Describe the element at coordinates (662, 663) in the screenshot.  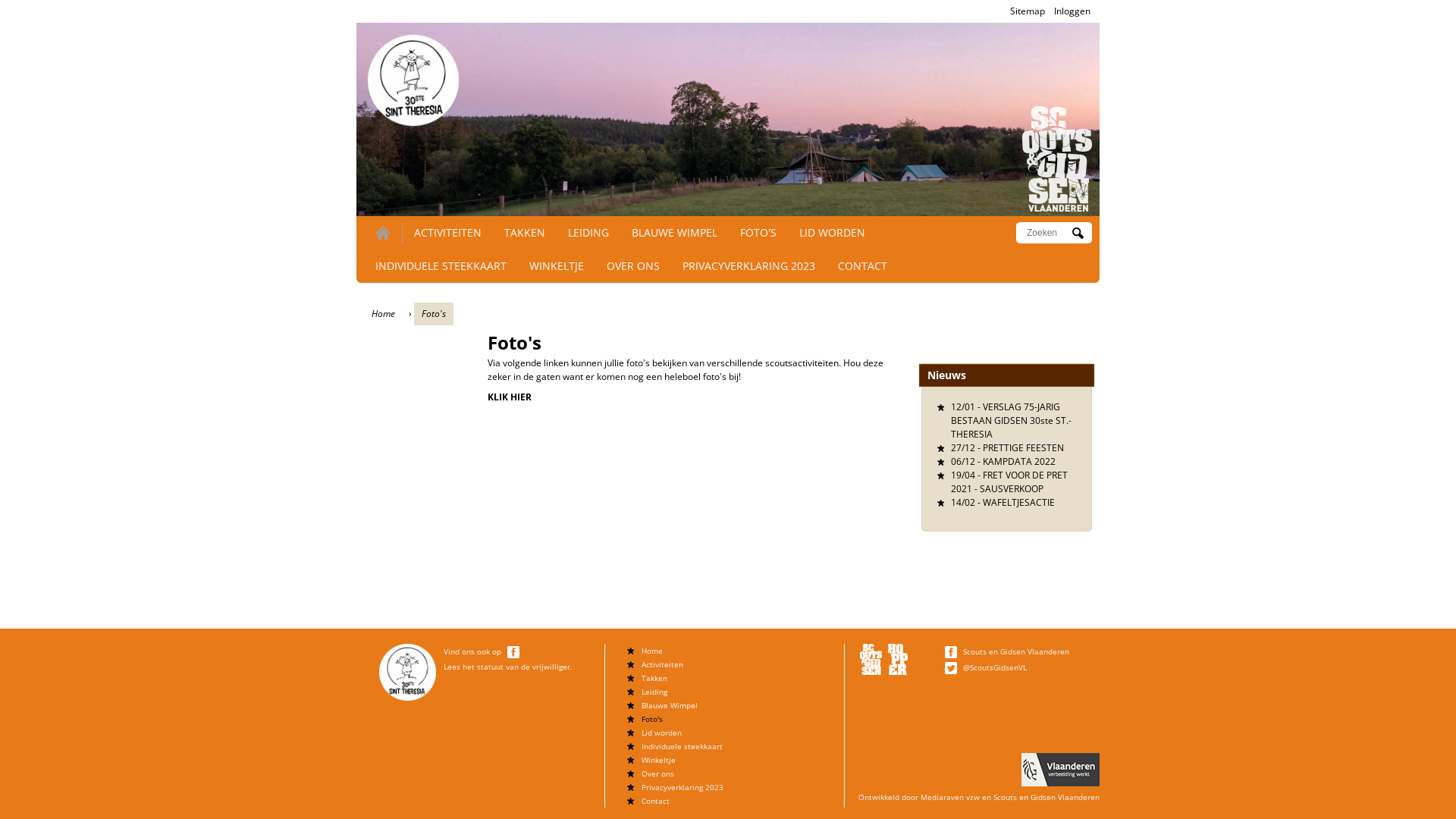
I see `'Activiteiten'` at that location.